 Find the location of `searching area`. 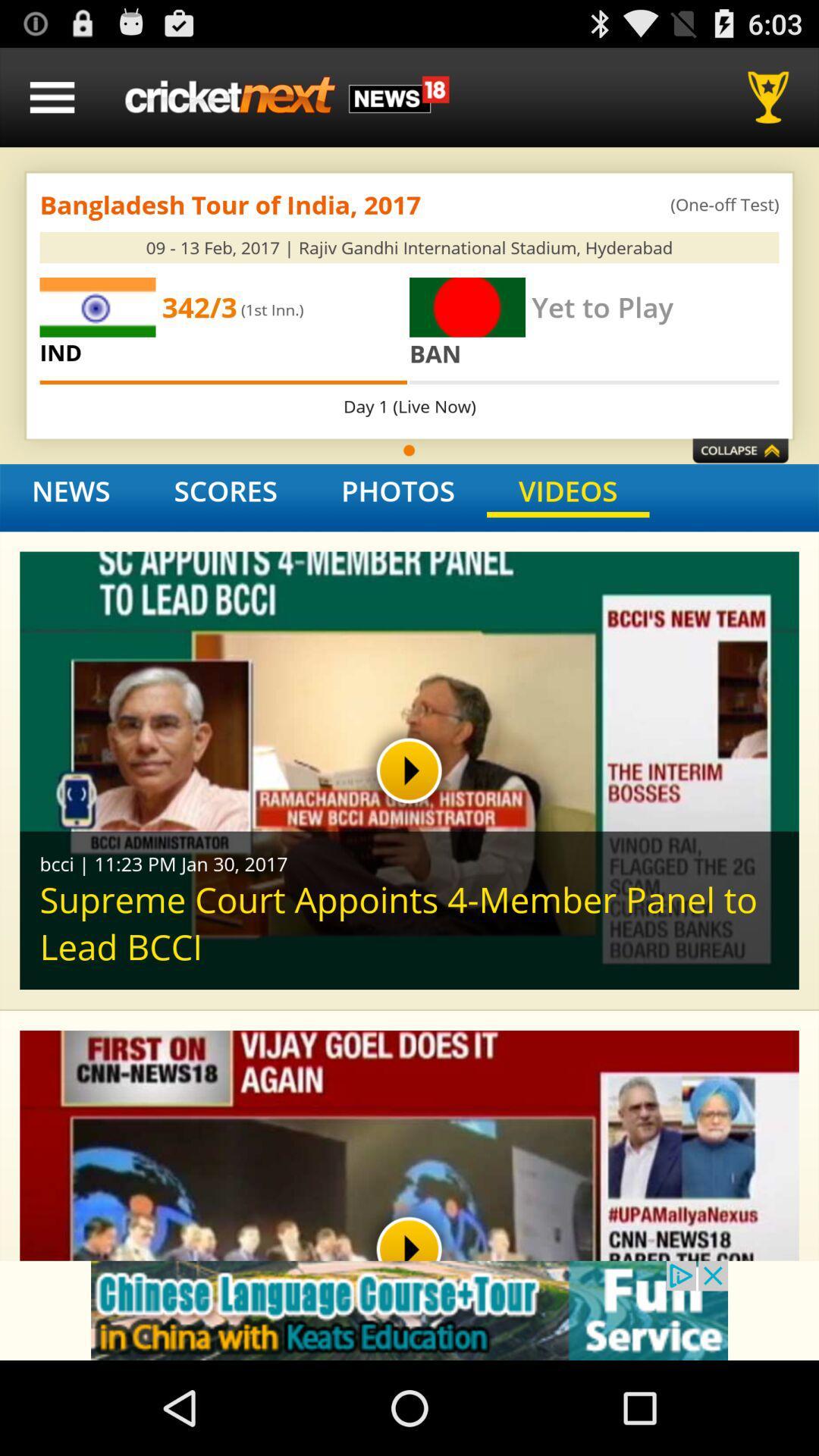

searching area is located at coordinates (287, 96).